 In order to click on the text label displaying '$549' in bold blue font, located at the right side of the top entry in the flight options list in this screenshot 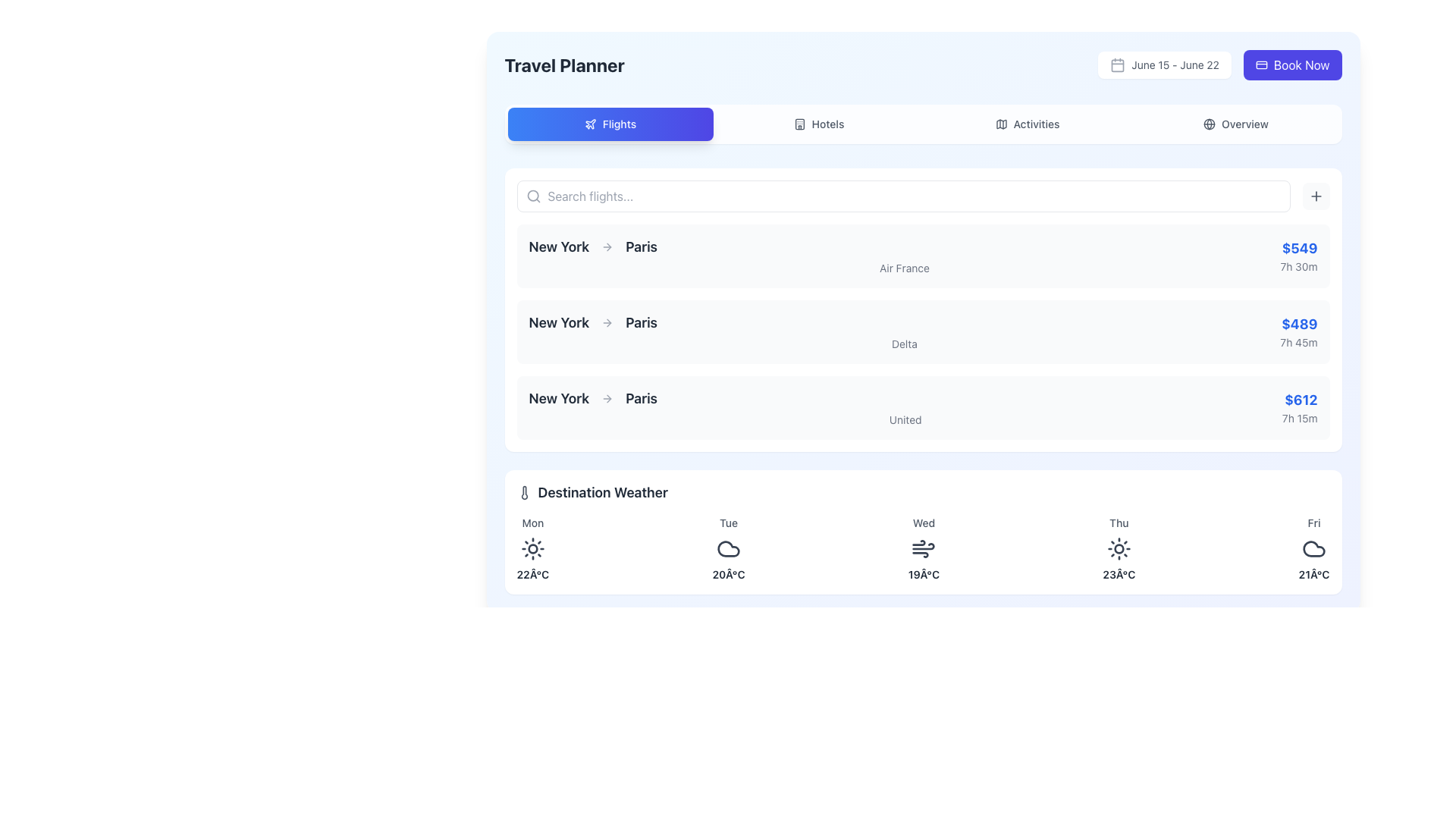, I will do `click(1298, 247)`.